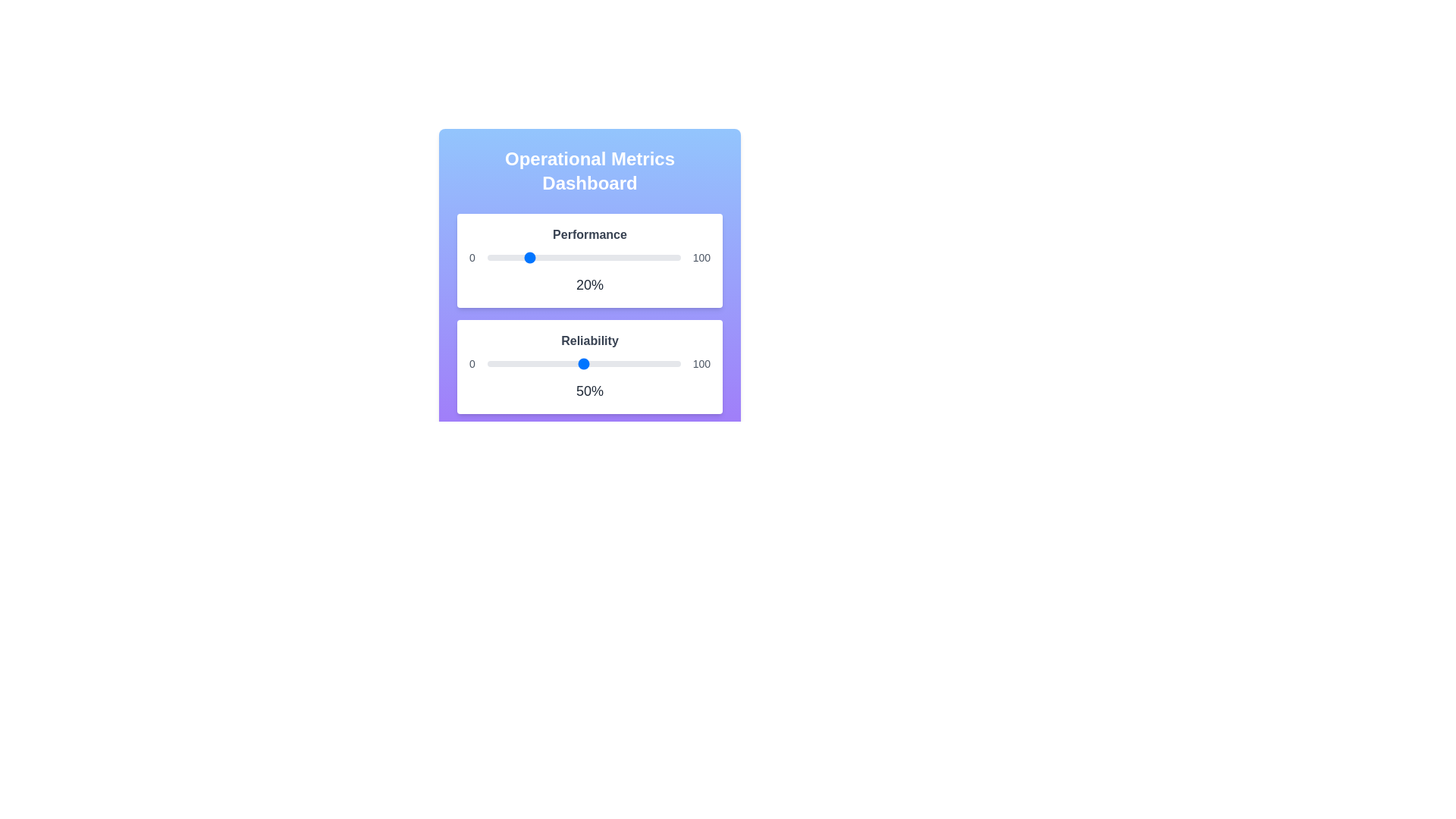 The width and height of the screenshot is (1456, 819). Describe the element at coordinates (514, 363) in the screenshot. I see `the reliability slider` at that location.